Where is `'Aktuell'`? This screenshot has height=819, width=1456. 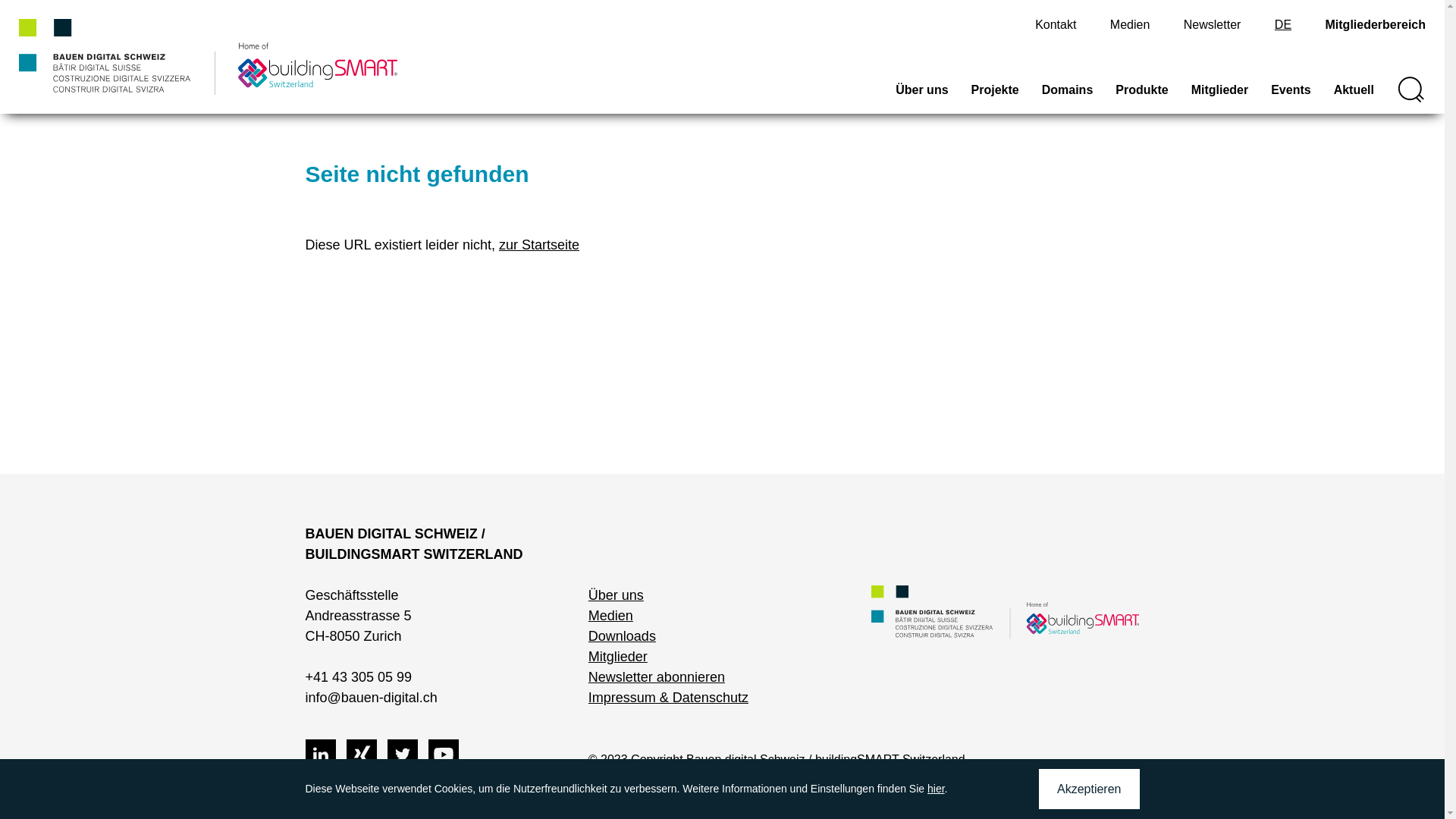
'Aktuell' is located at coordinates (1354, 96).